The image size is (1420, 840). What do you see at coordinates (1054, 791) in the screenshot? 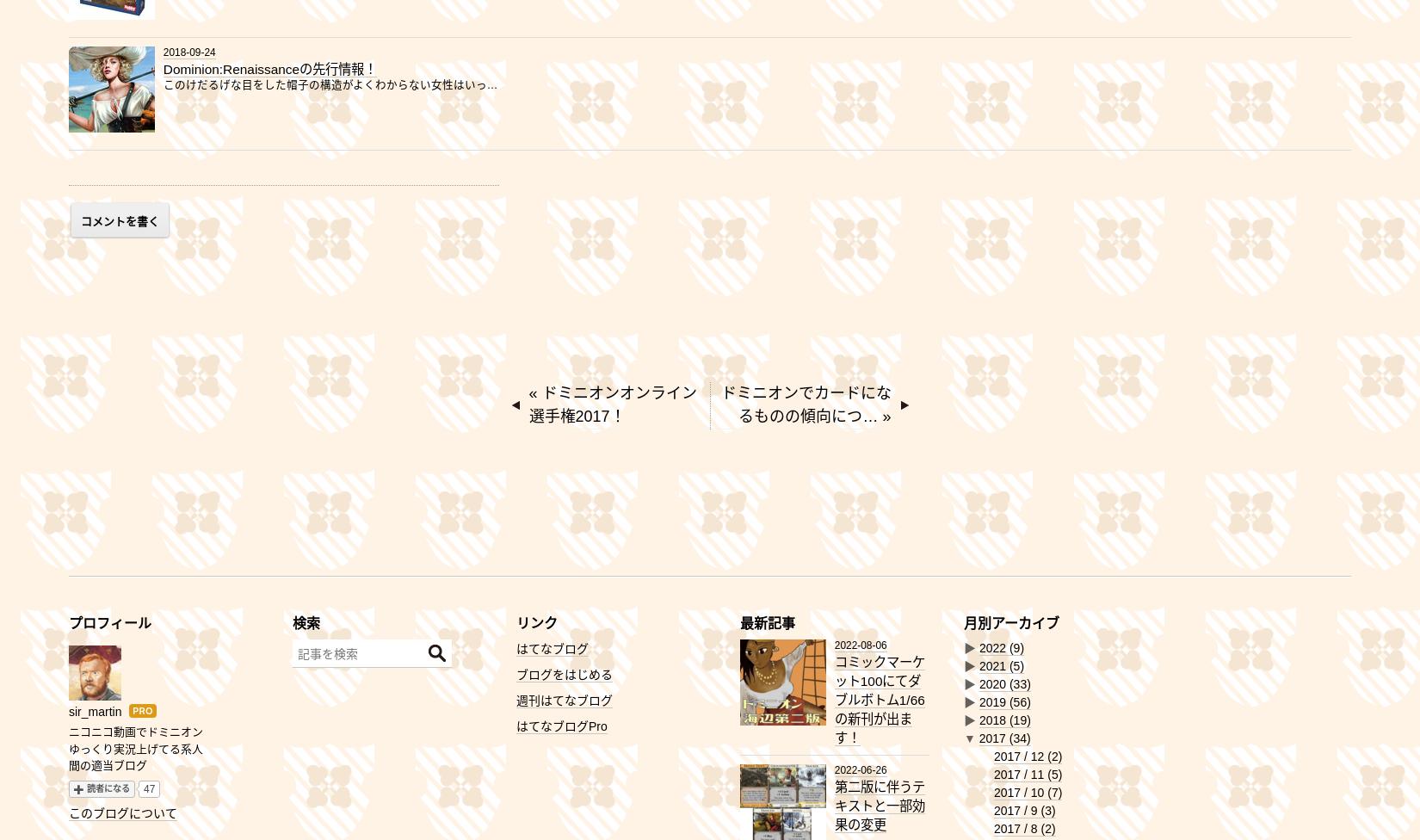
I see `'(7)'` at bounding box center [1054, 791].